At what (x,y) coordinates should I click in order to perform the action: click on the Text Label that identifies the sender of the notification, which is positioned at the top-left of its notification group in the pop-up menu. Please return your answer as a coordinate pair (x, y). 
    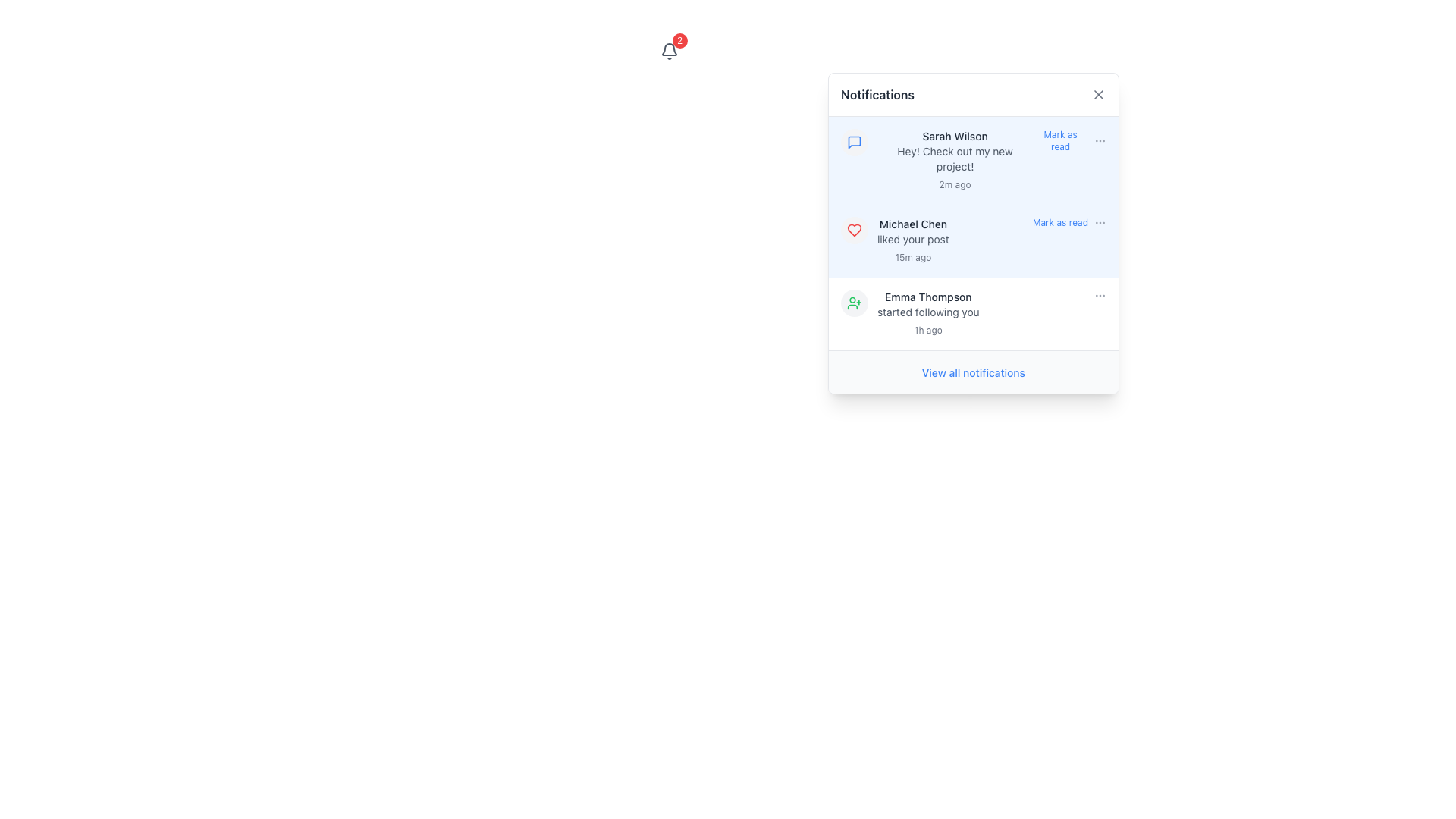
    Looking at the image, I should click on (954, 136).